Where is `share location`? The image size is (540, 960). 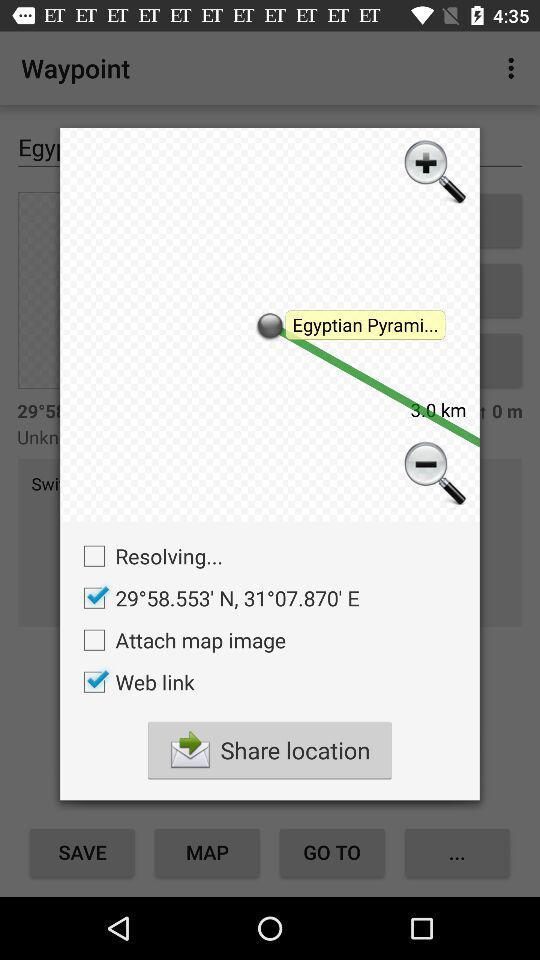
share location is located at coordinates (269, 749).